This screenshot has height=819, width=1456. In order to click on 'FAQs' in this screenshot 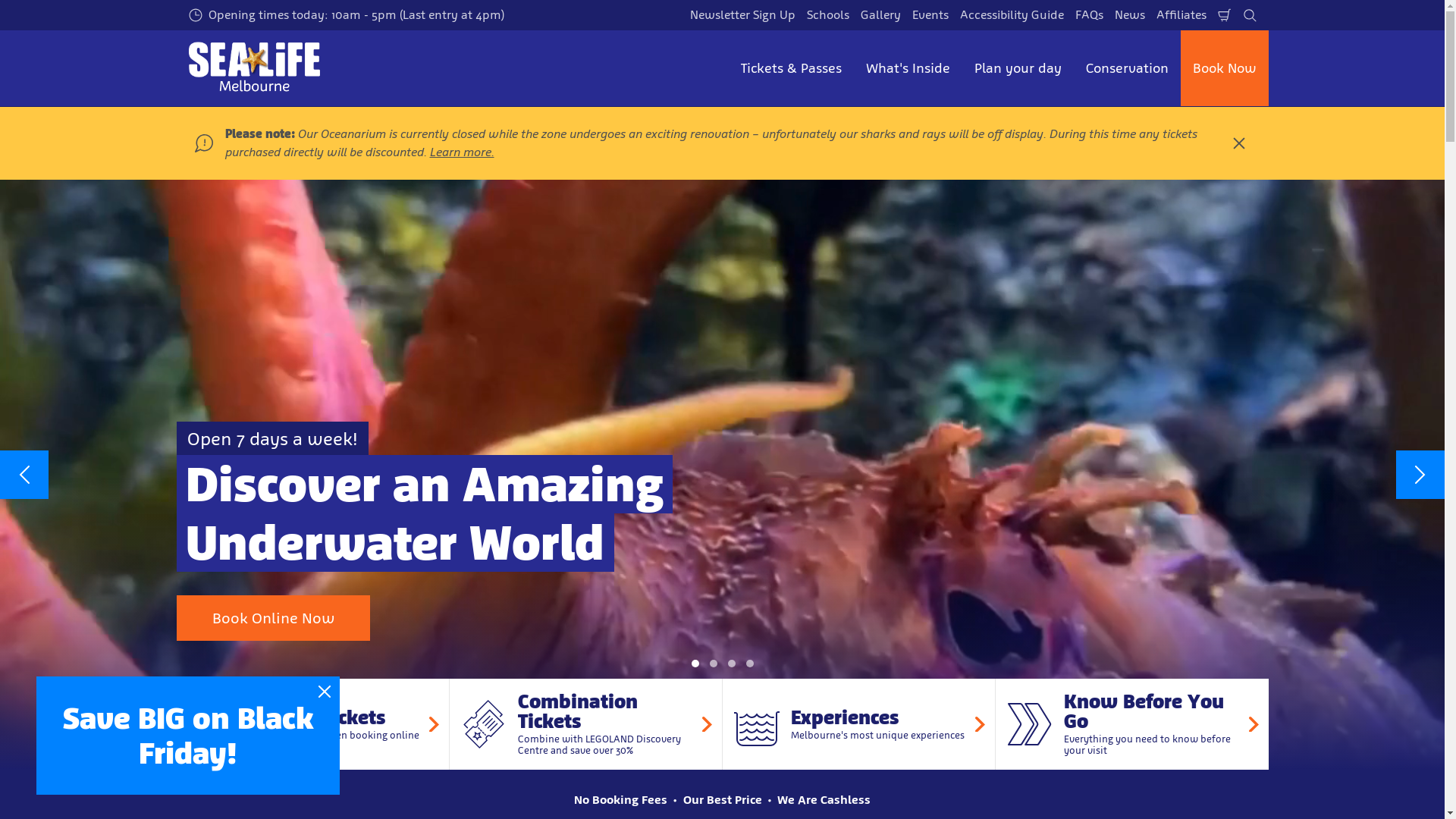, I will do `click(1087, 14)`.